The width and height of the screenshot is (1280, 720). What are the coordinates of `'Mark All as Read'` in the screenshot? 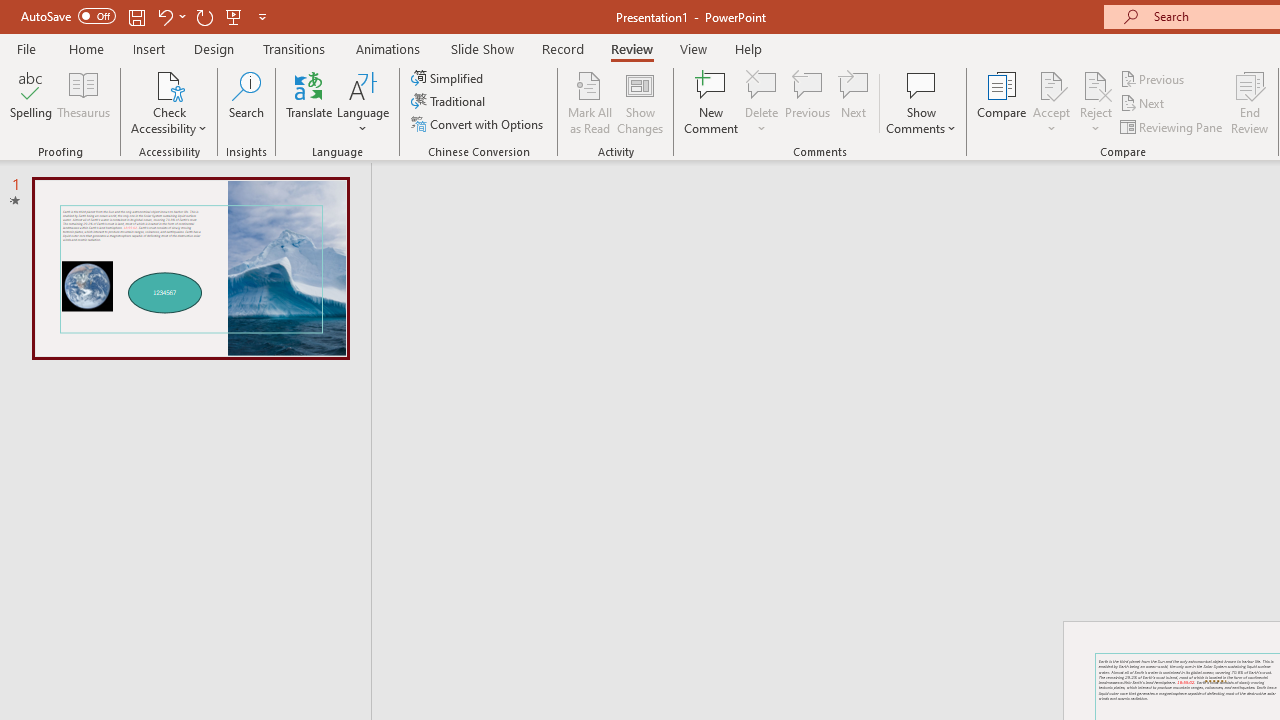 It's located at (589, 103).